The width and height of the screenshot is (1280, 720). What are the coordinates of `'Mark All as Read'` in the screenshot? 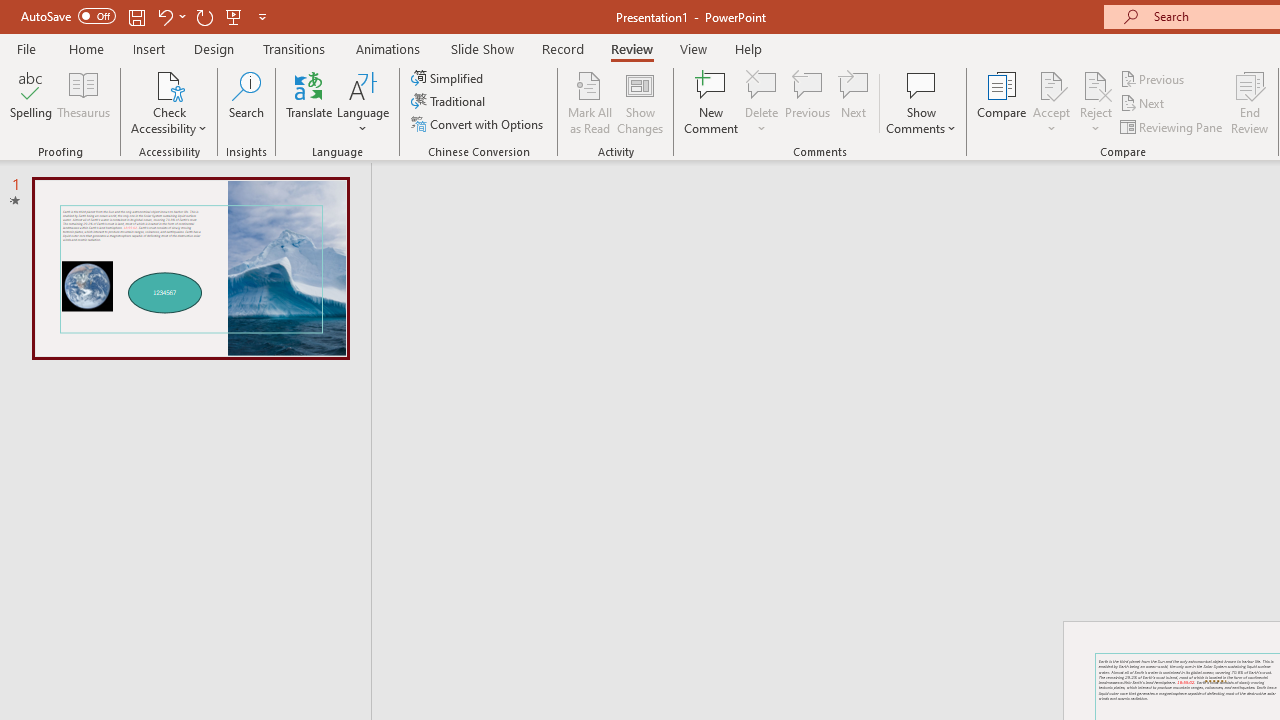 It's located at (589, 103).